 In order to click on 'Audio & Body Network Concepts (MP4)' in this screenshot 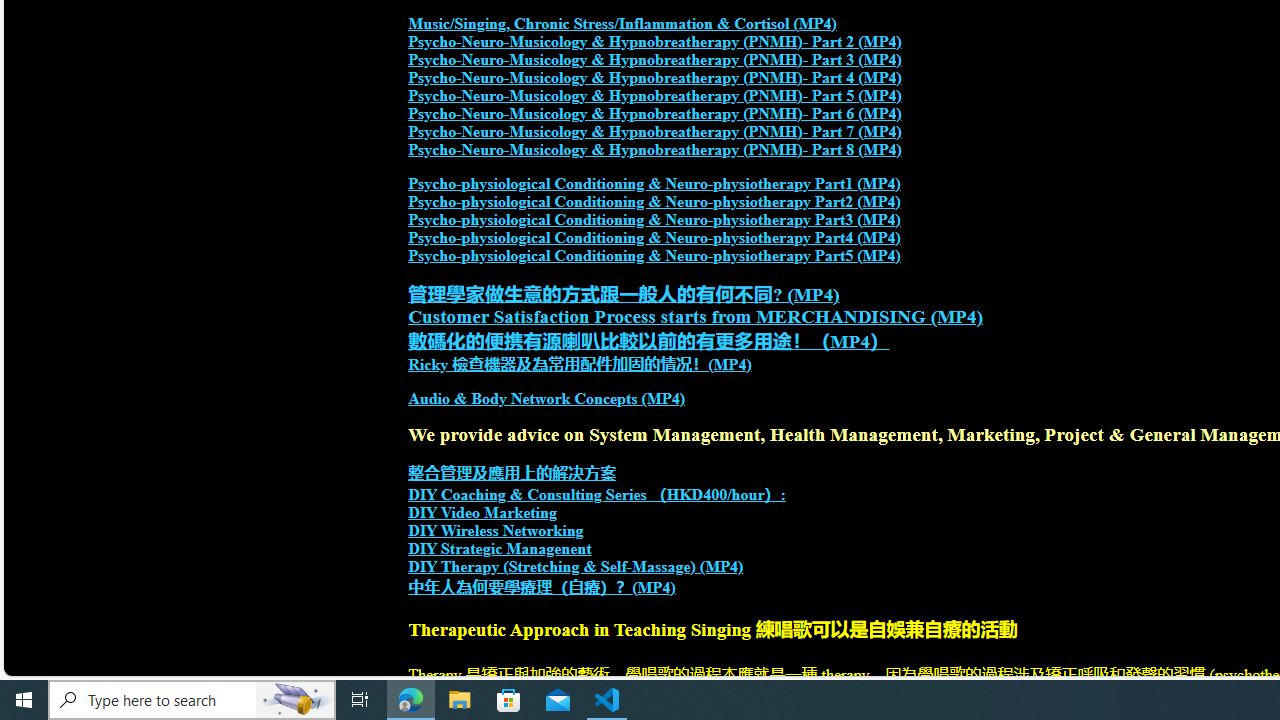, I will do `click(547, 399)`.